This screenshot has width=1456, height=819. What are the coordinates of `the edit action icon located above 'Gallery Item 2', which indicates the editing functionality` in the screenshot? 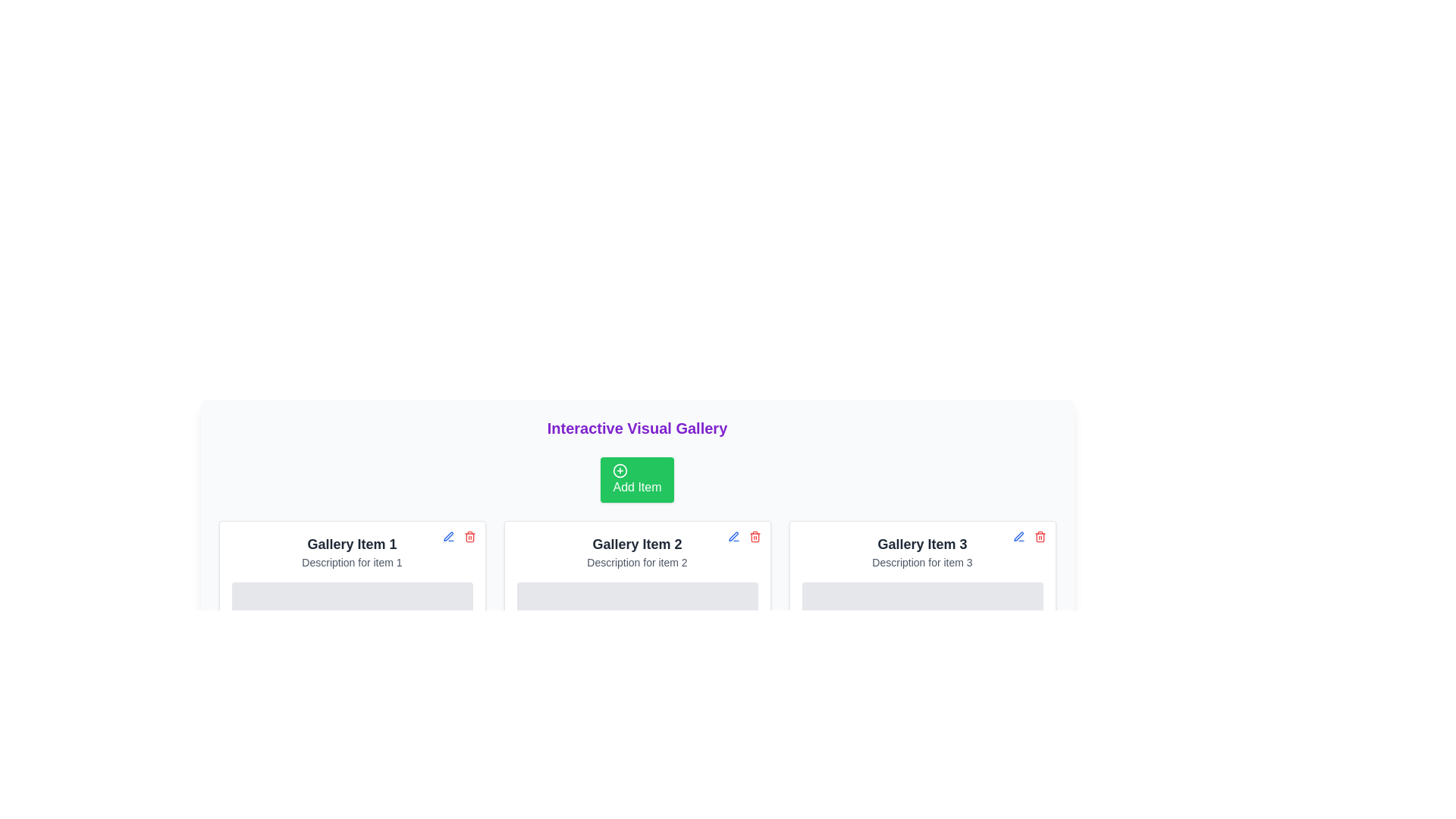 It's located at (733, 535).